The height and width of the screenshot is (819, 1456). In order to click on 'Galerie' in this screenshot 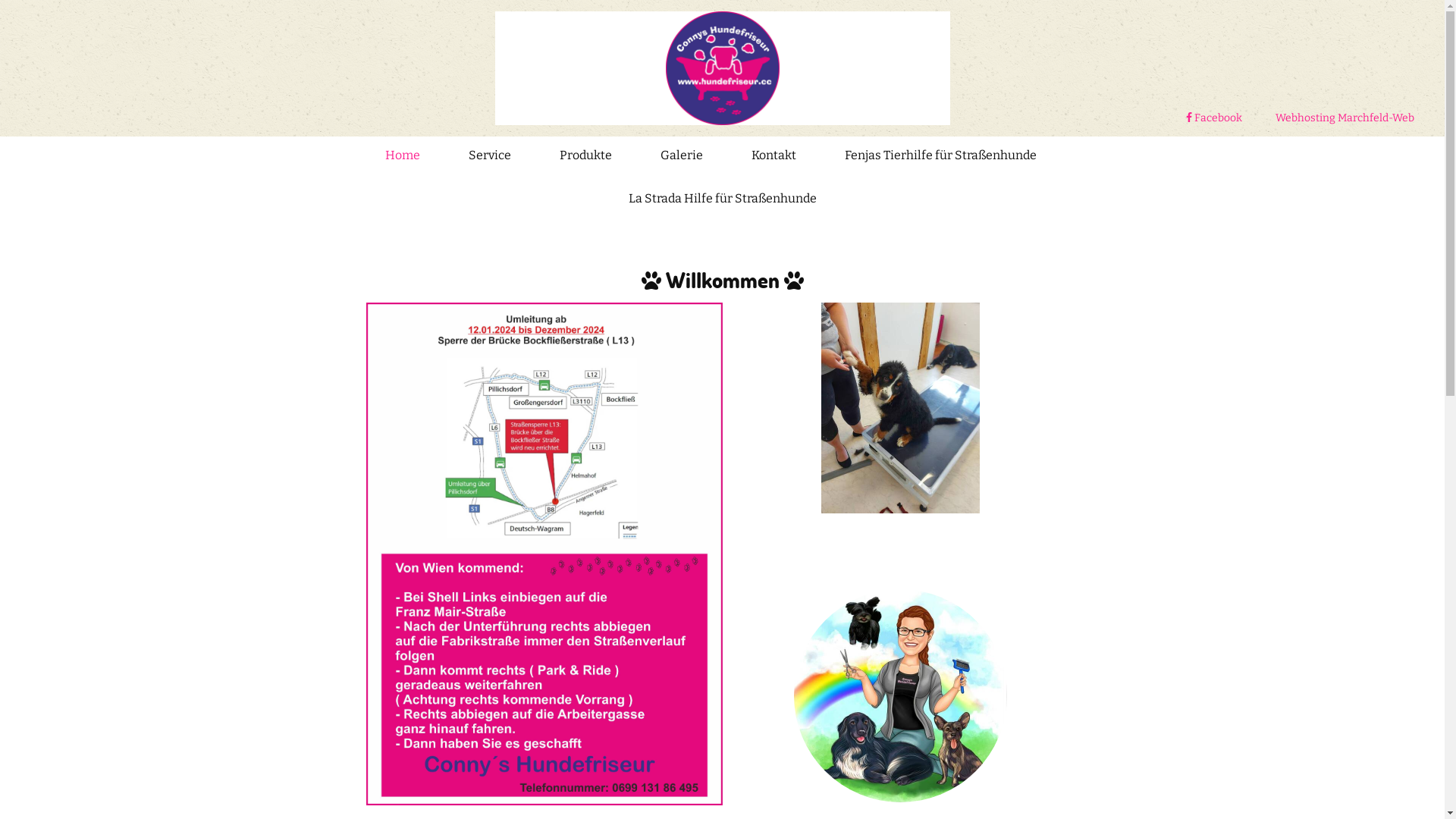, I will do `click(660, 158)`.